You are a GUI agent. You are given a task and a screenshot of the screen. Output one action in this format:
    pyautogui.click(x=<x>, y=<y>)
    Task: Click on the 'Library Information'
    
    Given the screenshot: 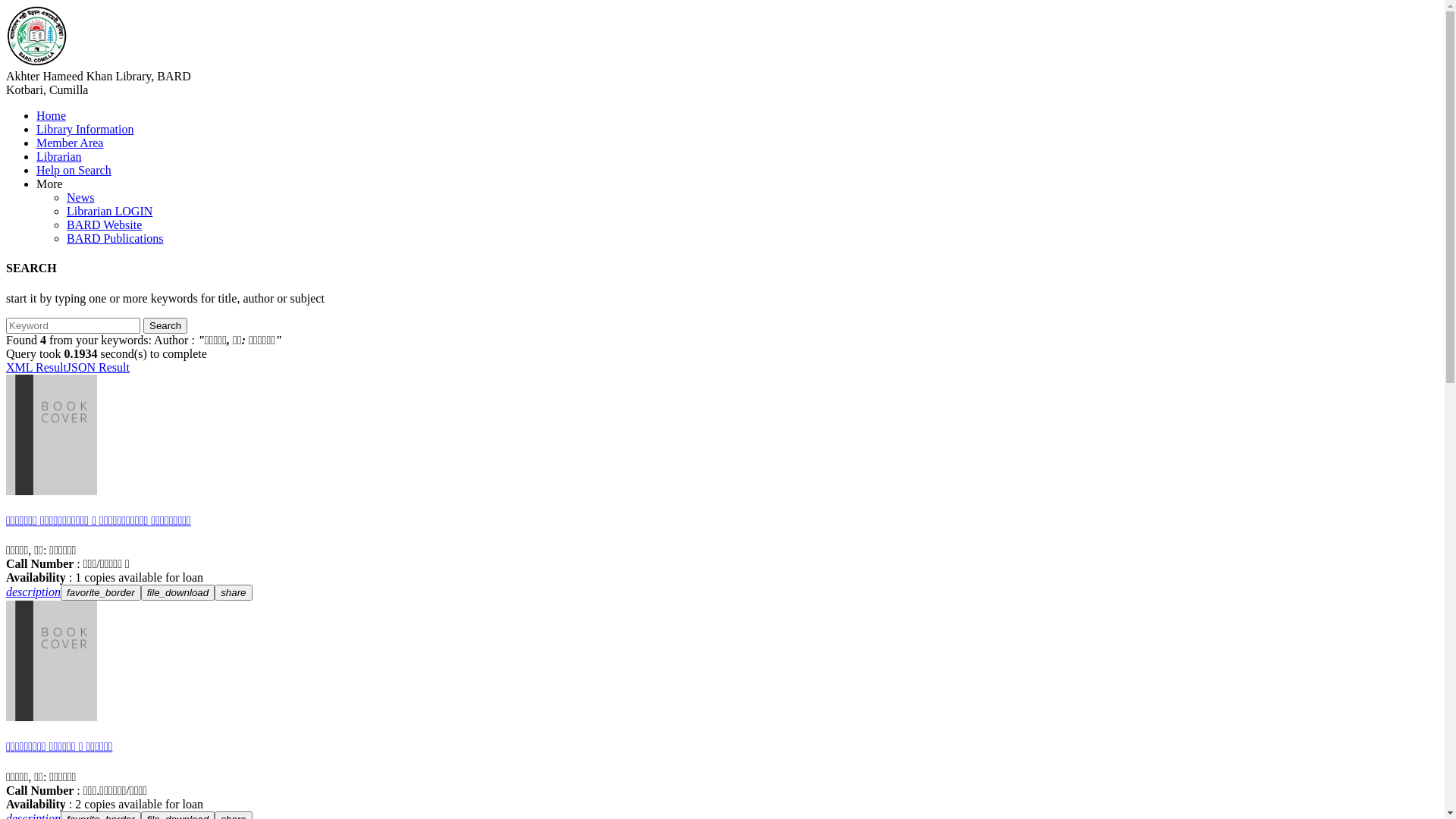 What is the action you would take?
    pyautogui.click(x=83, y=128)
    